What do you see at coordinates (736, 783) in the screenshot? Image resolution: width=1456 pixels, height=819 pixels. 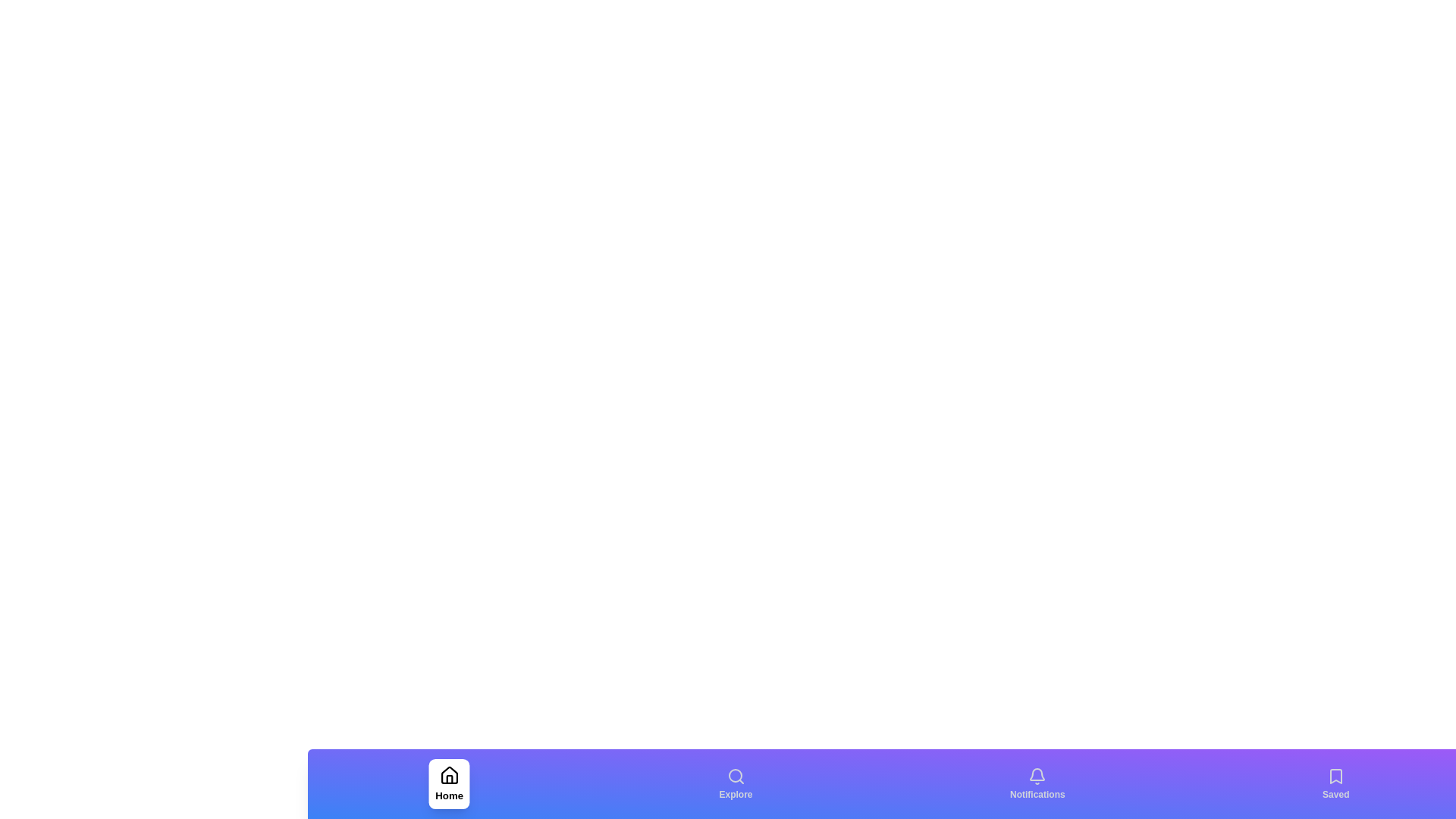 I see `the Explore navigation tab` at bounding box center [736, 783].